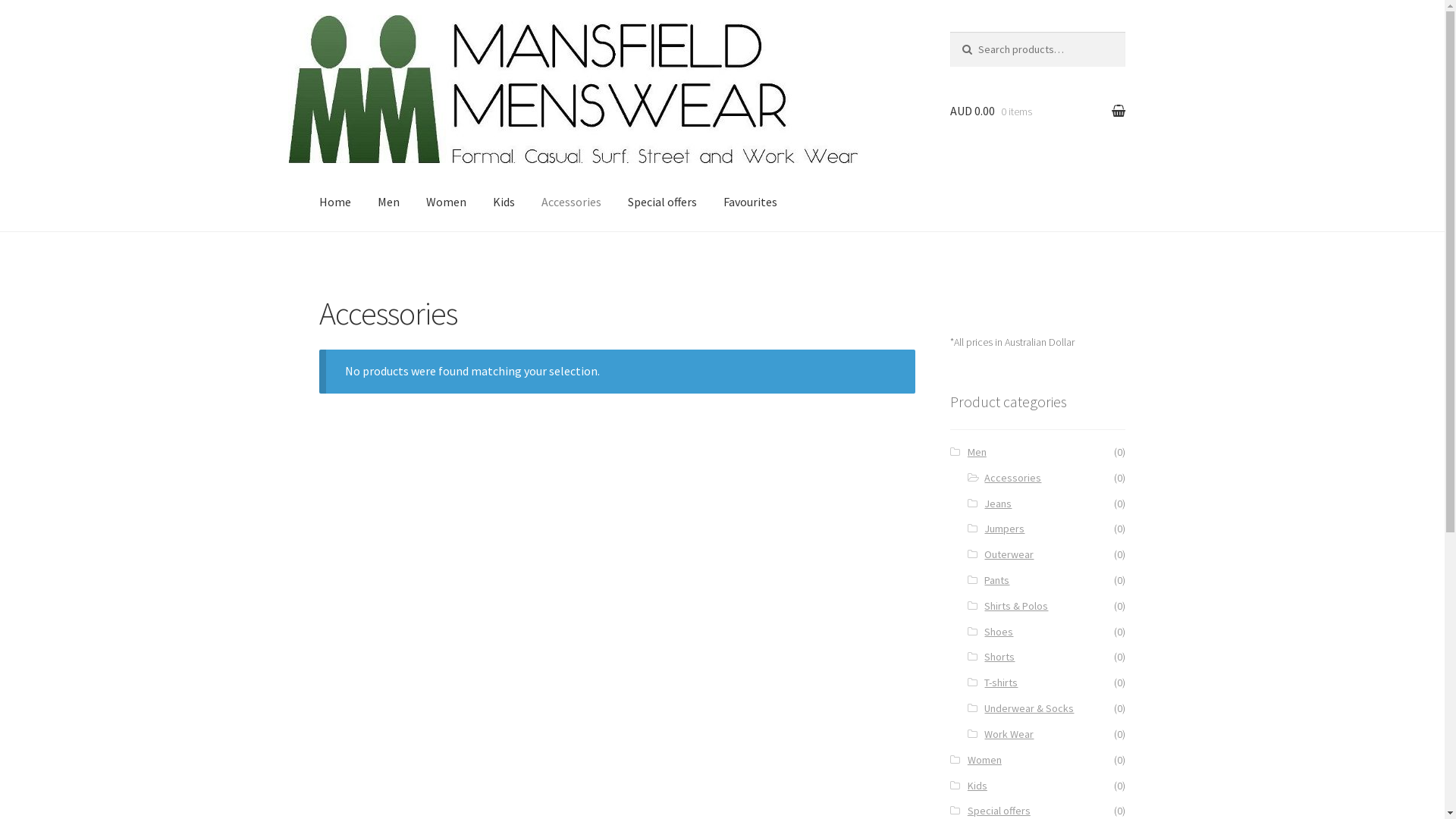  Describe the element at coordinates (984, 708) in the screenshot. I see `'Underwear & Socks'` at that location.